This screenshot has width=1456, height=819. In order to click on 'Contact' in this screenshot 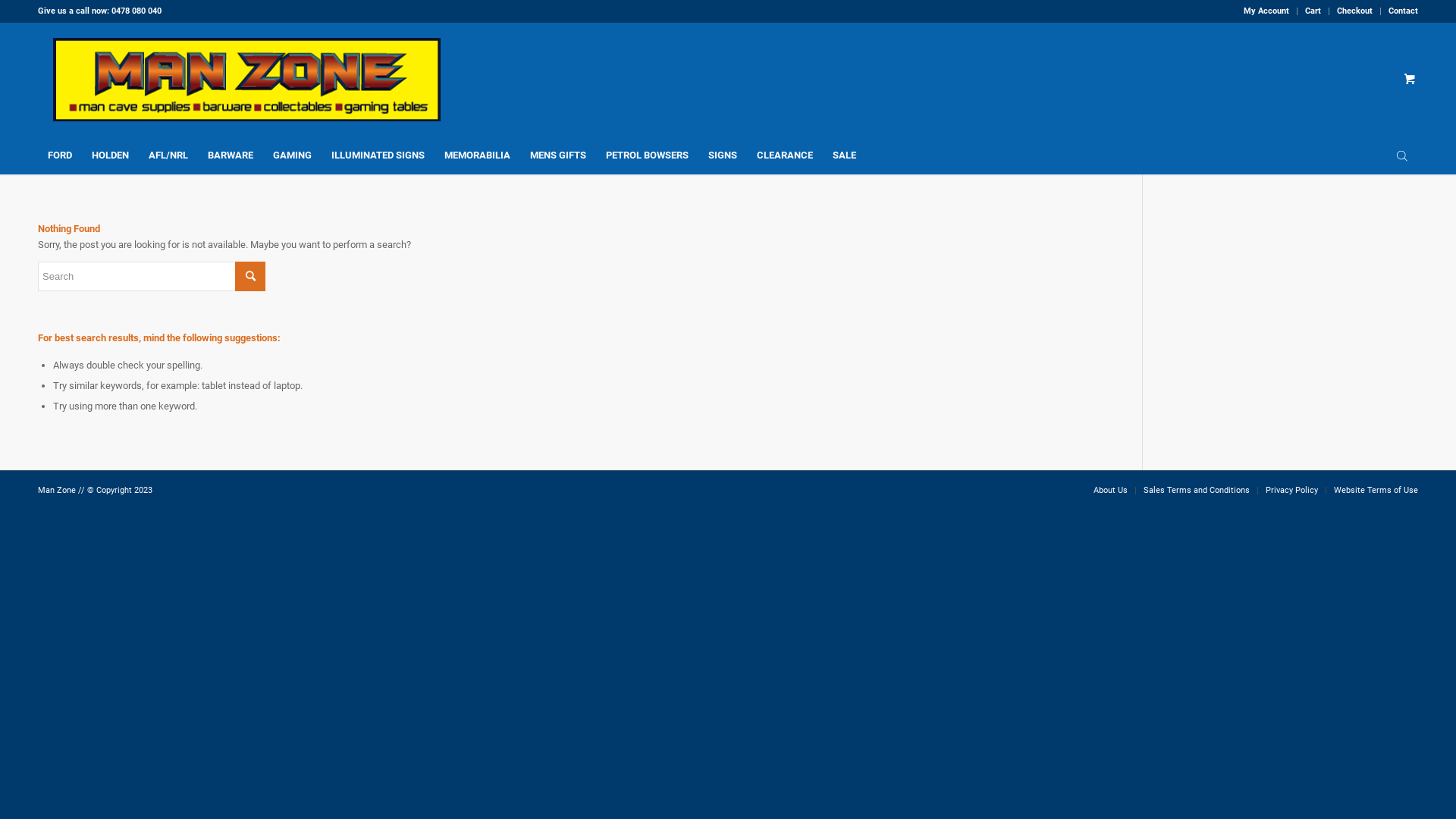, I will do `click(1402, 11)`.